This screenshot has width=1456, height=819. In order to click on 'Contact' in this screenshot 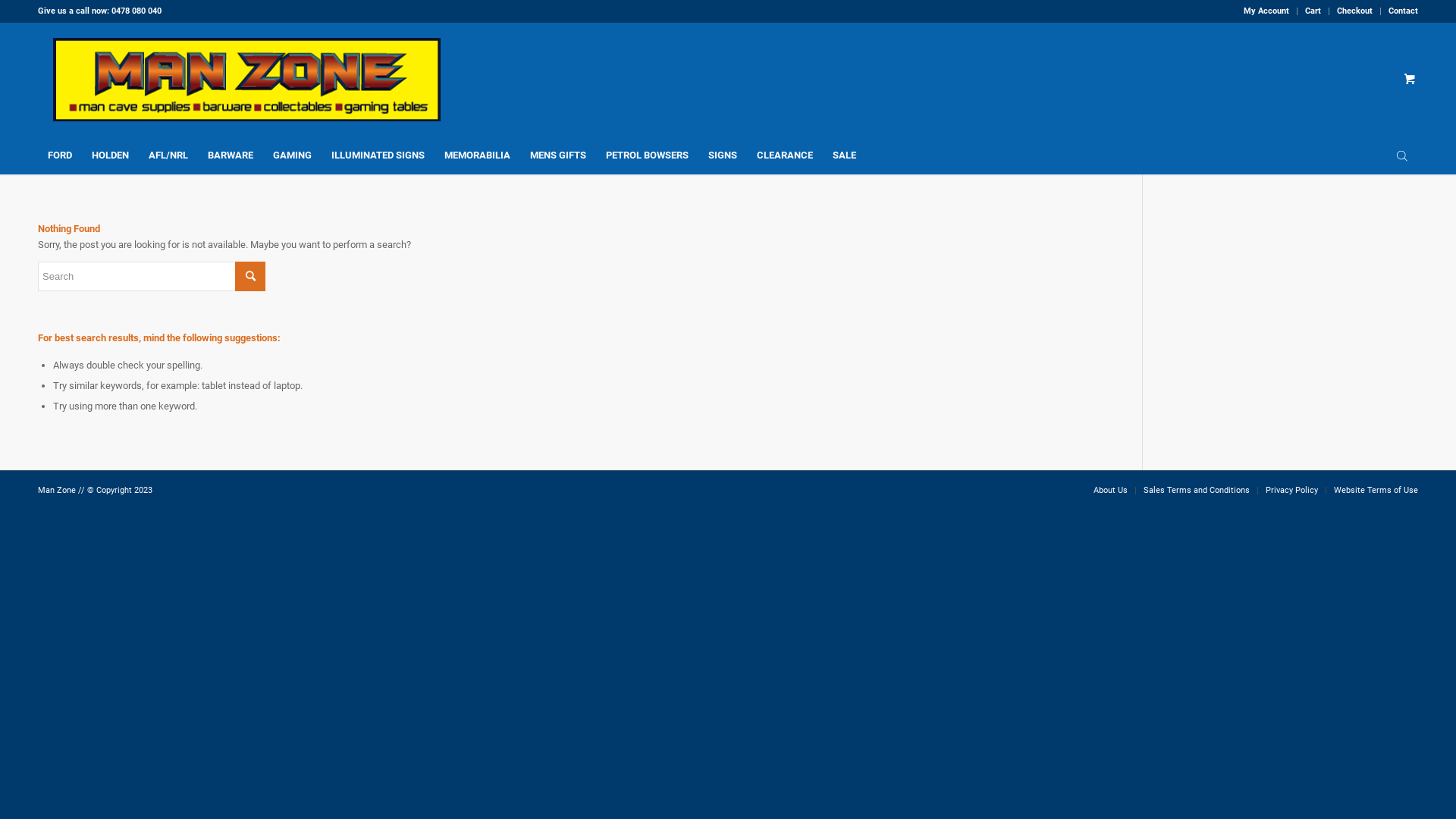, I will do `click(1402, 11)`.